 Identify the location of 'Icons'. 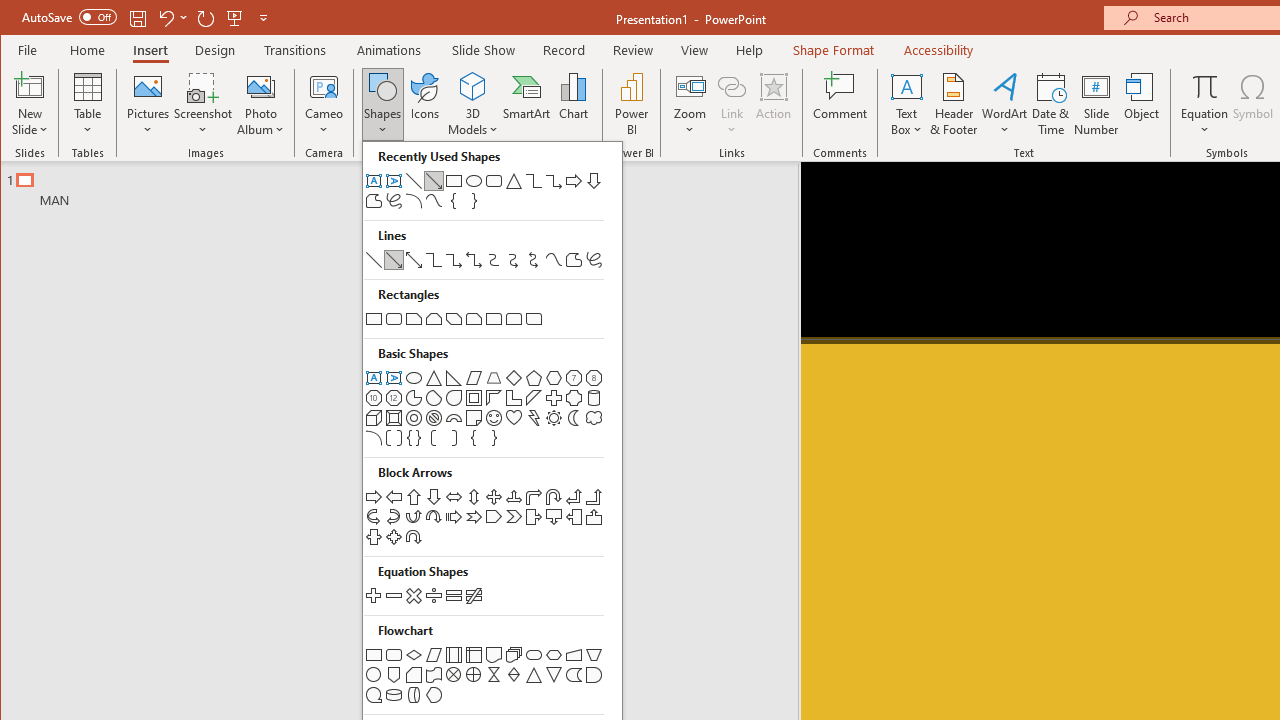
(423, 104).